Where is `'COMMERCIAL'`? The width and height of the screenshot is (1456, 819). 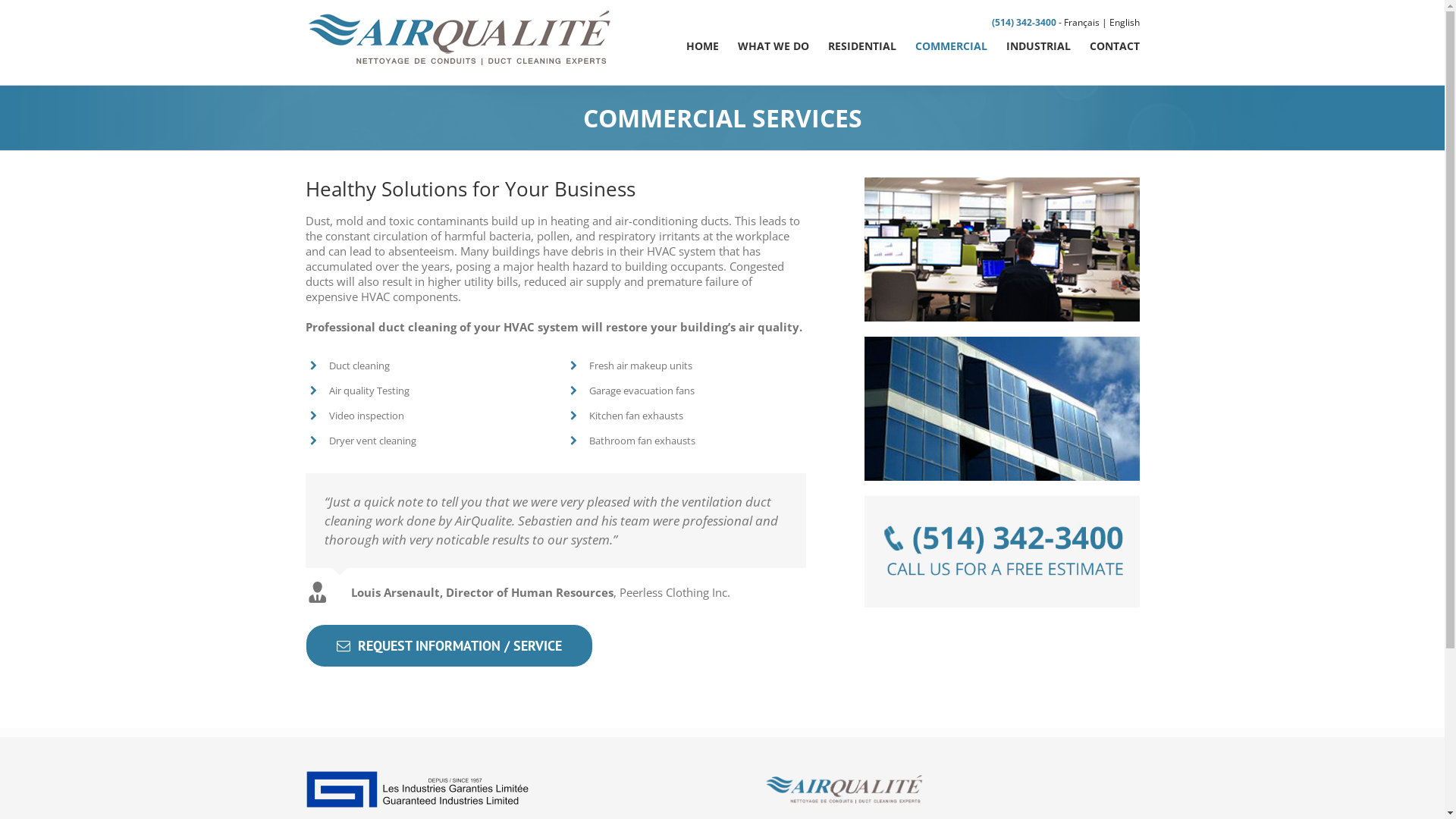
'COMMERCIAL' is located at coordinates (913, 43).